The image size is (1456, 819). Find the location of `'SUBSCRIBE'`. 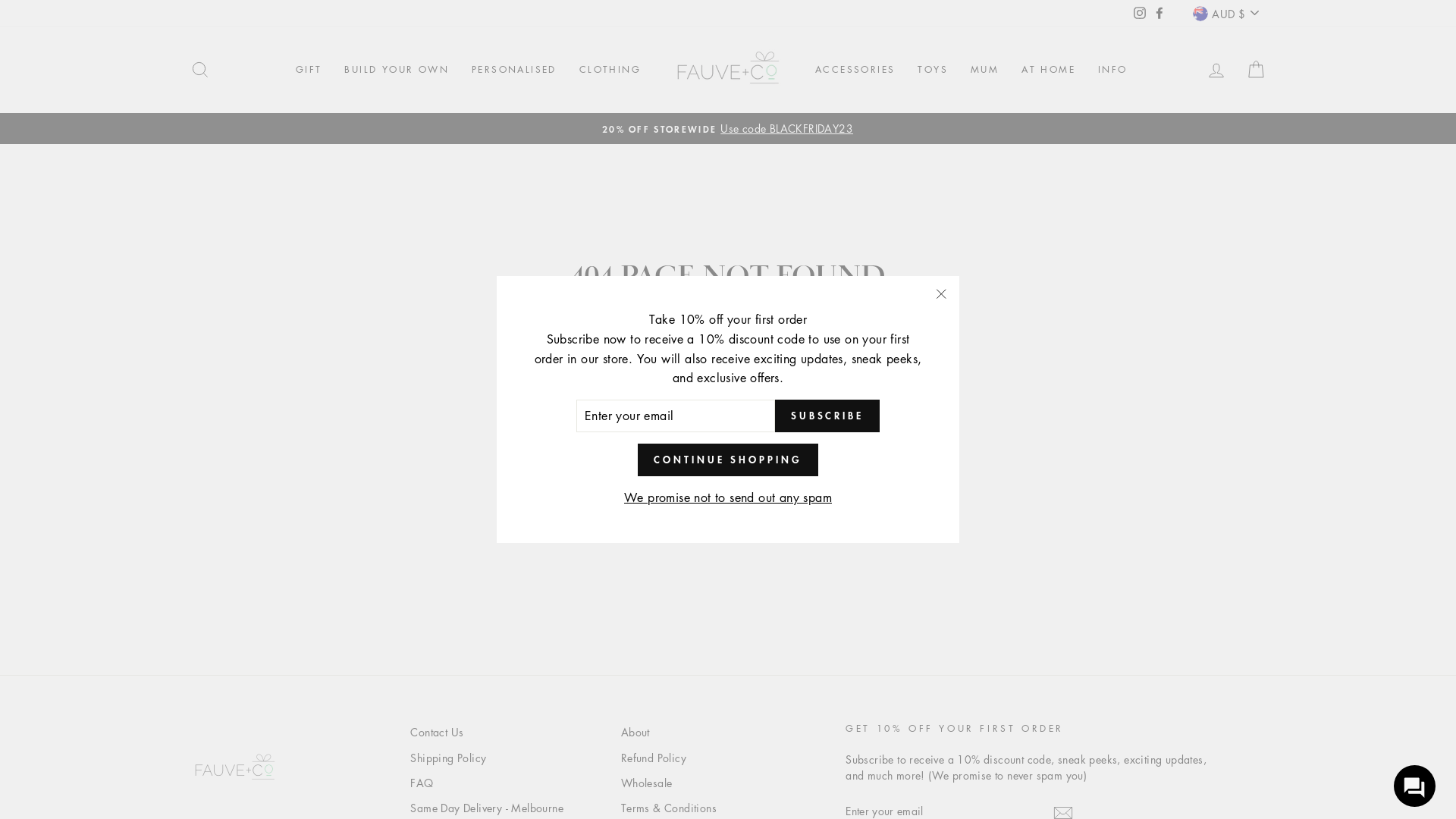

'SUBSCRIBE' is located at coordinates (775, 416).